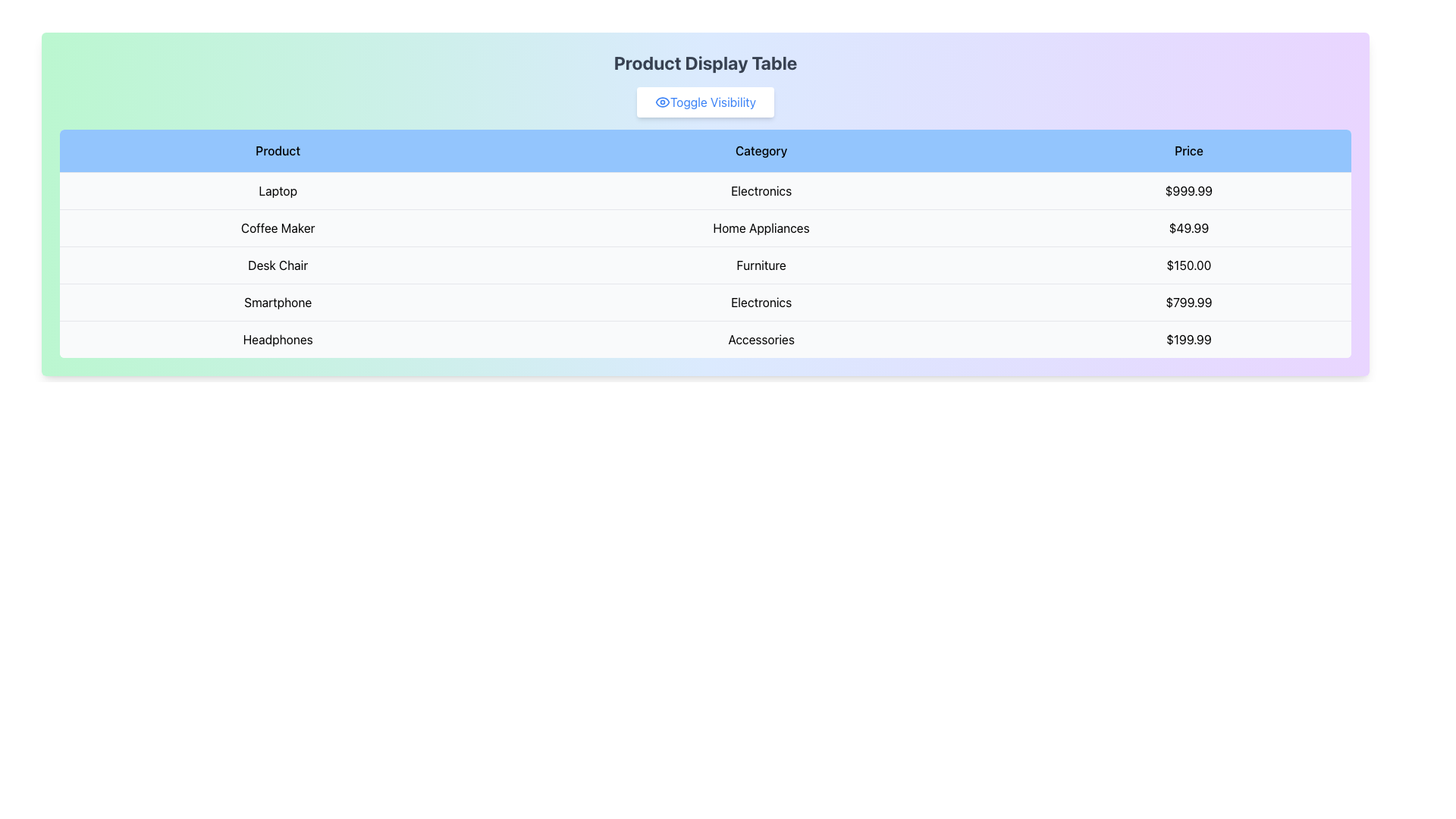  I want to click on the 'Category' text label, which is a bold label located in the header row of a table with a blue background, positioned between 'Product' and 'Price', so click(761, 151).